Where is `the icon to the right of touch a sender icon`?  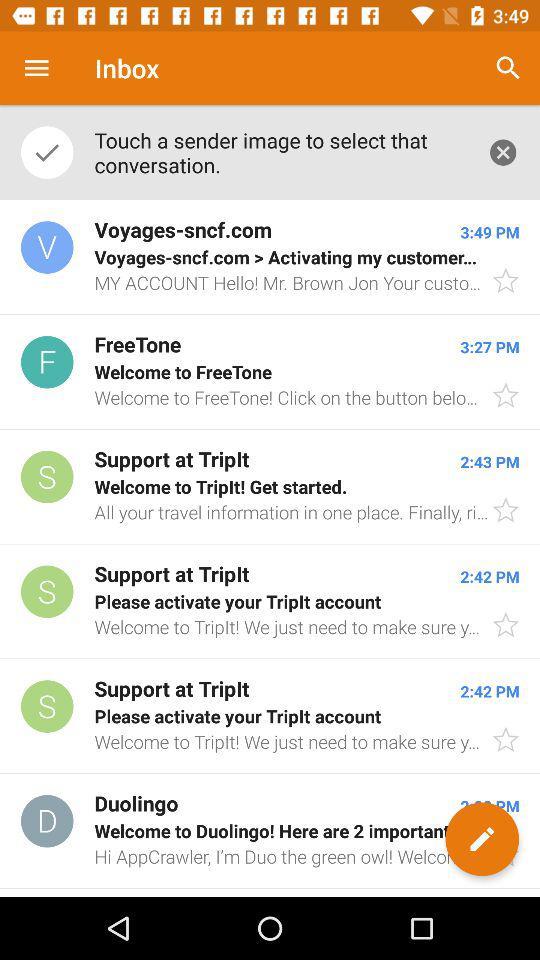
the icon to the right of touch a sender icon is located at coordinates (508, 68).